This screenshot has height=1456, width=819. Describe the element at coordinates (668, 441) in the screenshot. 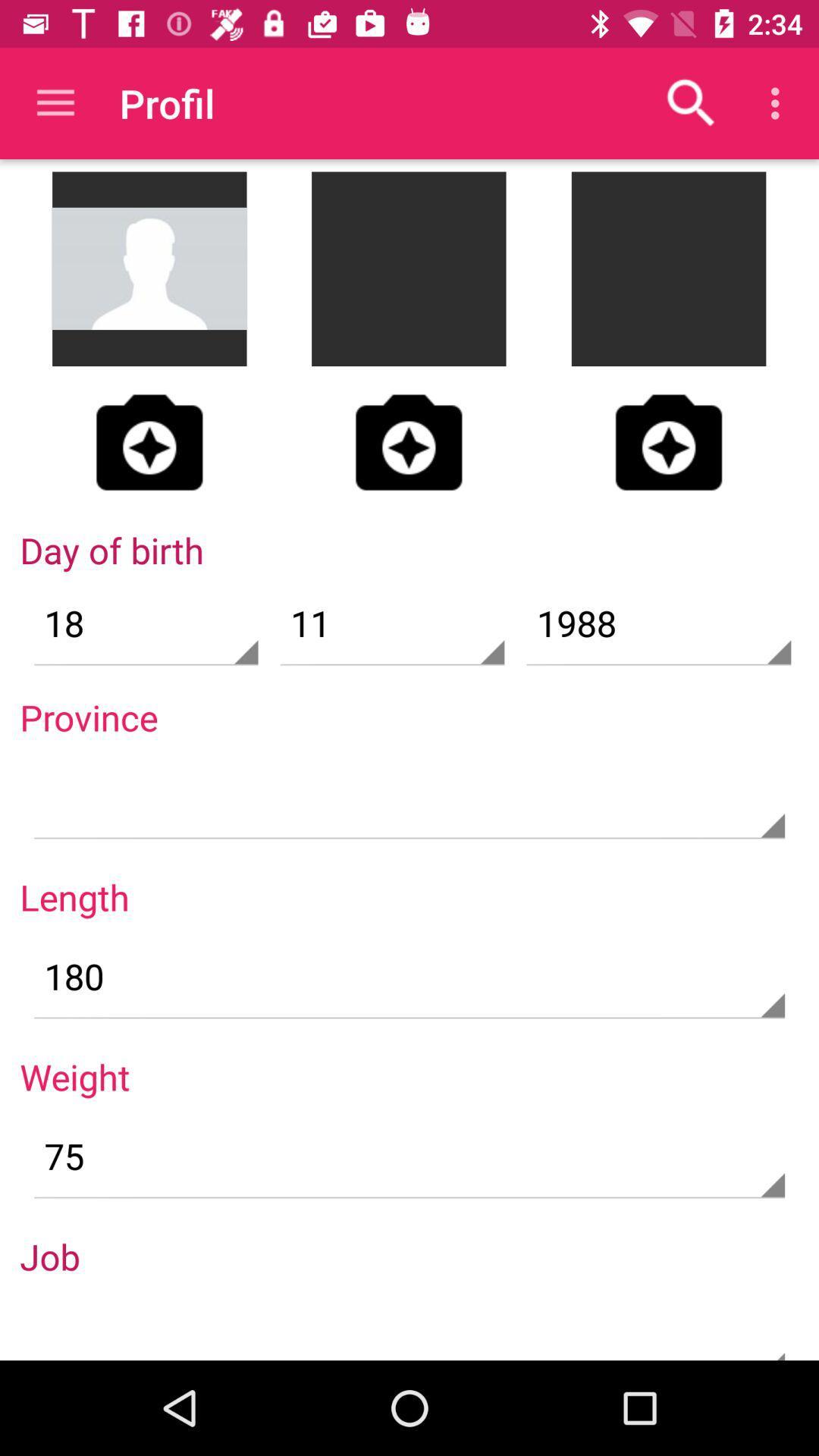

I see `snap image` at that location.